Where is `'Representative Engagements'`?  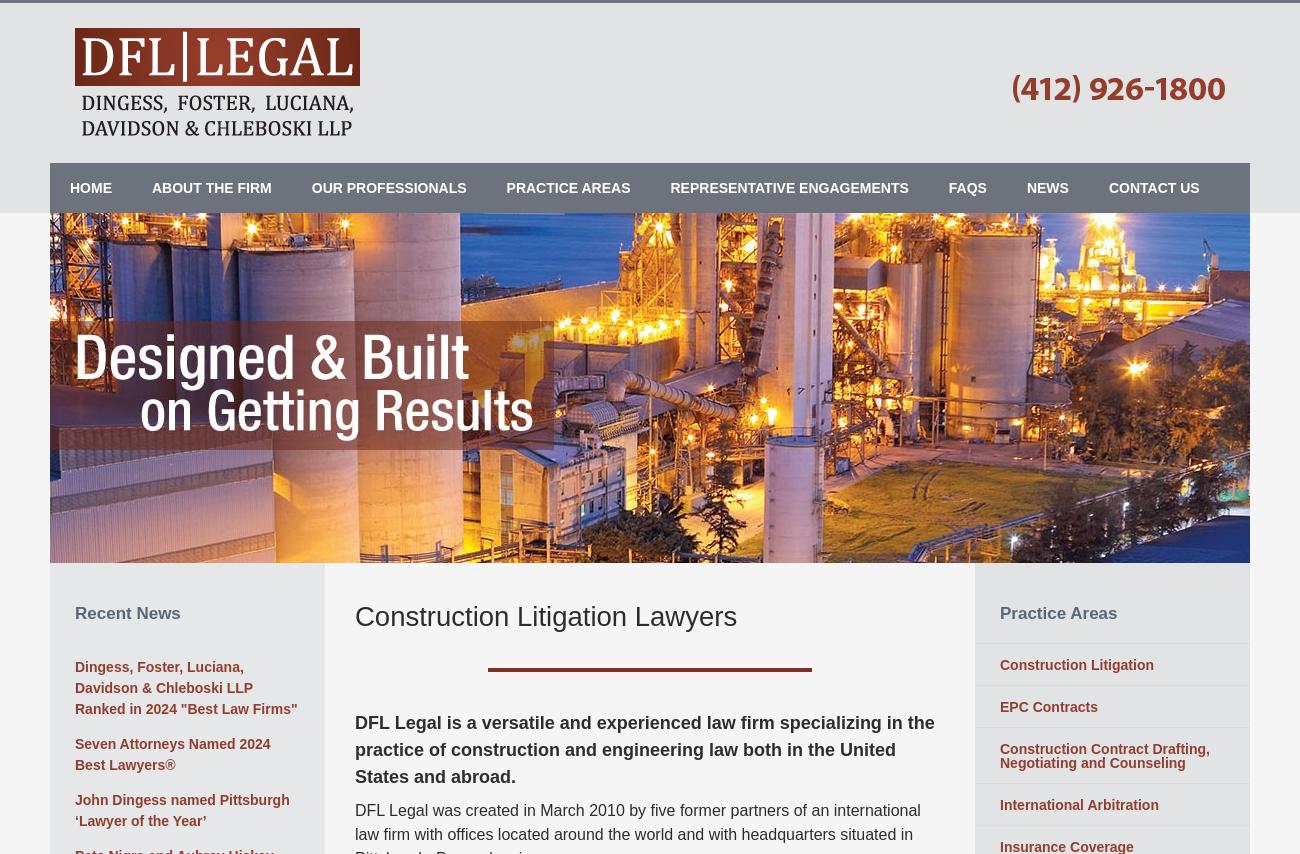 'Representative Engagements' is located at coordinates (669, 186).